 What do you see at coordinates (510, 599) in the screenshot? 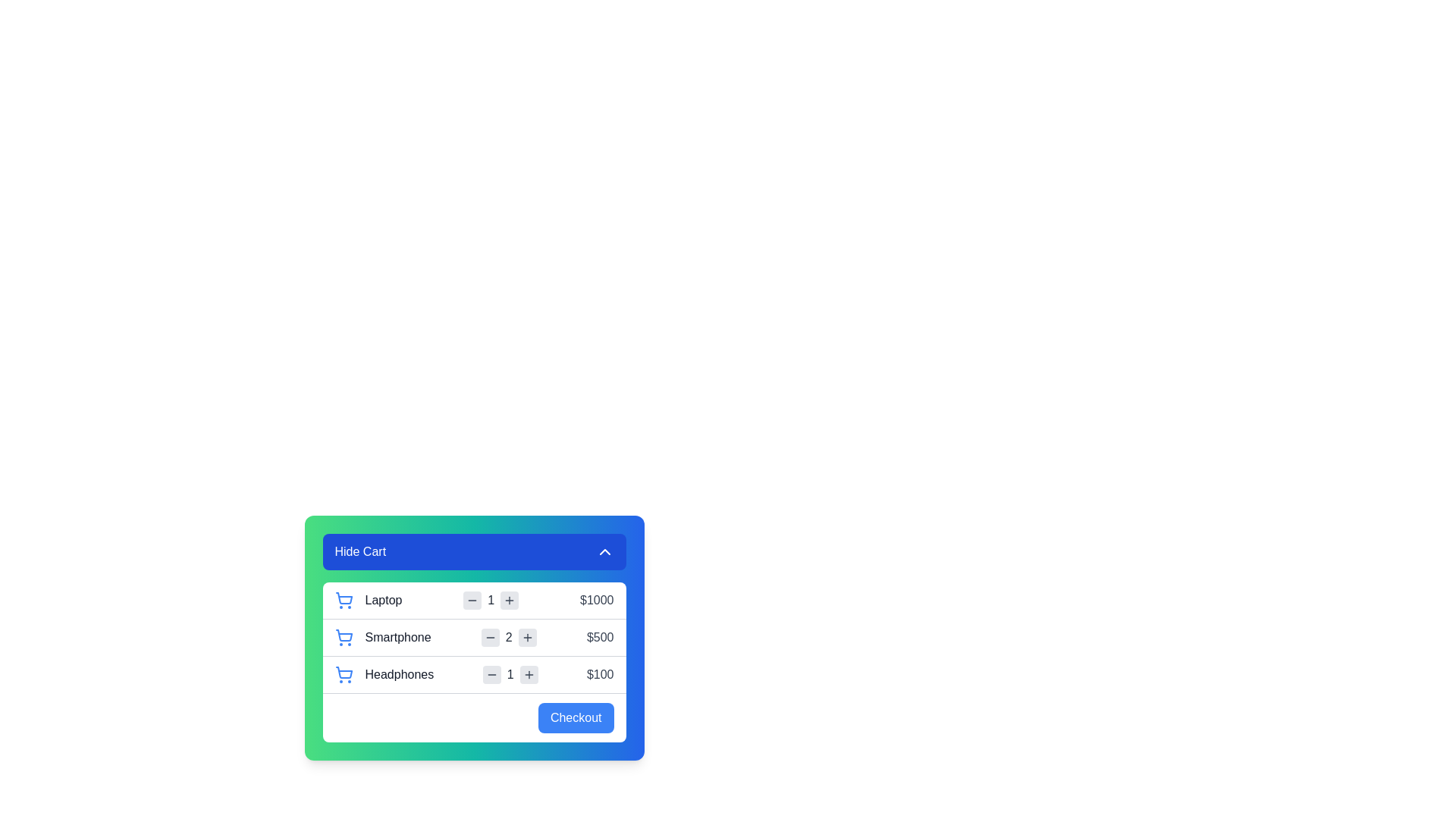
I see `the small circular plus icon located in the shopping cart interface next to the quantity input field for the 'Laptop' item to increment the item count` at bounding box center [510, 599].